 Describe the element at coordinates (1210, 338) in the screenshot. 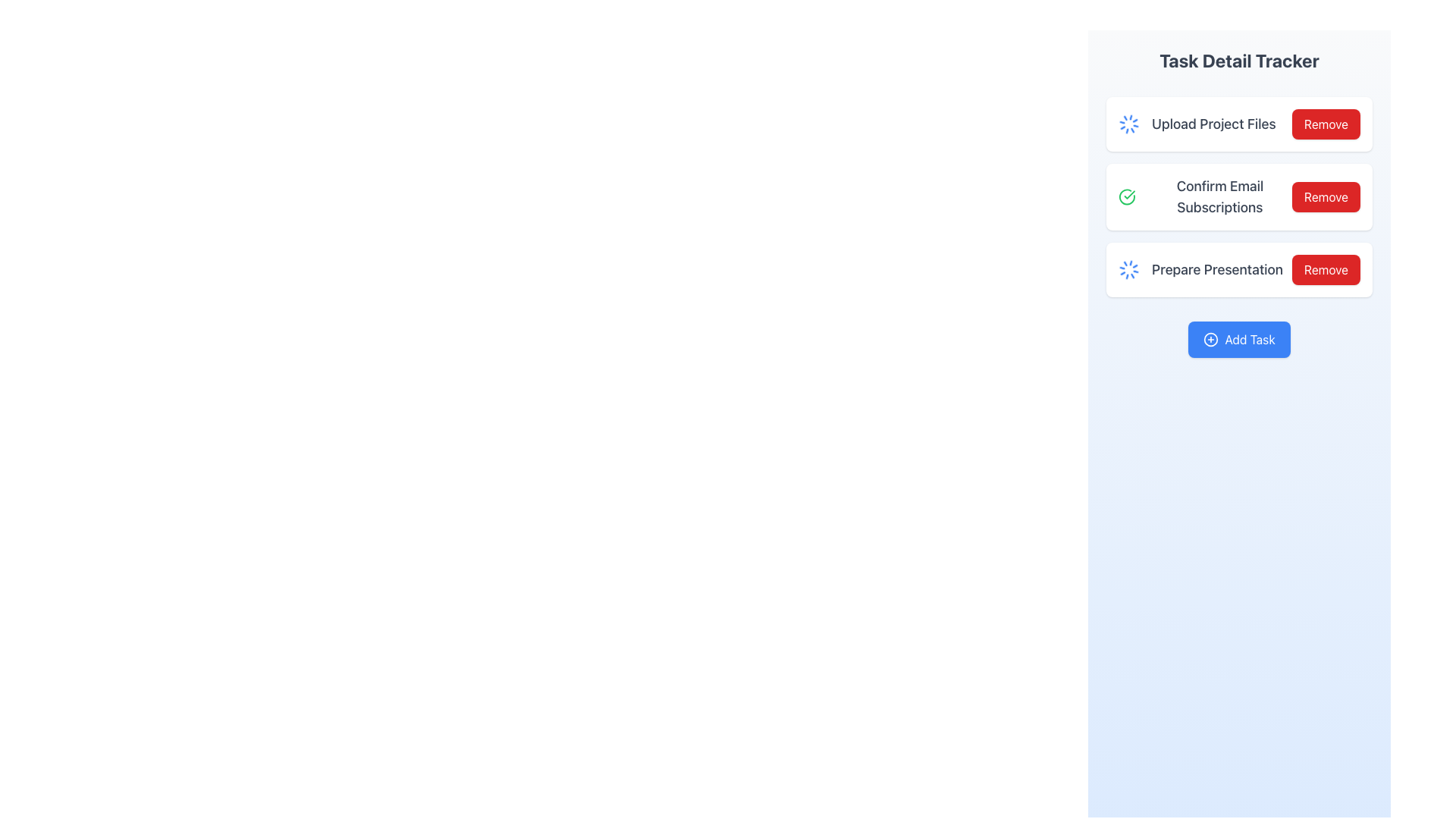

I see `the circular icon with a plus symbol inside it, which is rendered in a white outline on a blue background, located to the left of the 'Add Task' text within the button at the bottom of the panel` at that location.